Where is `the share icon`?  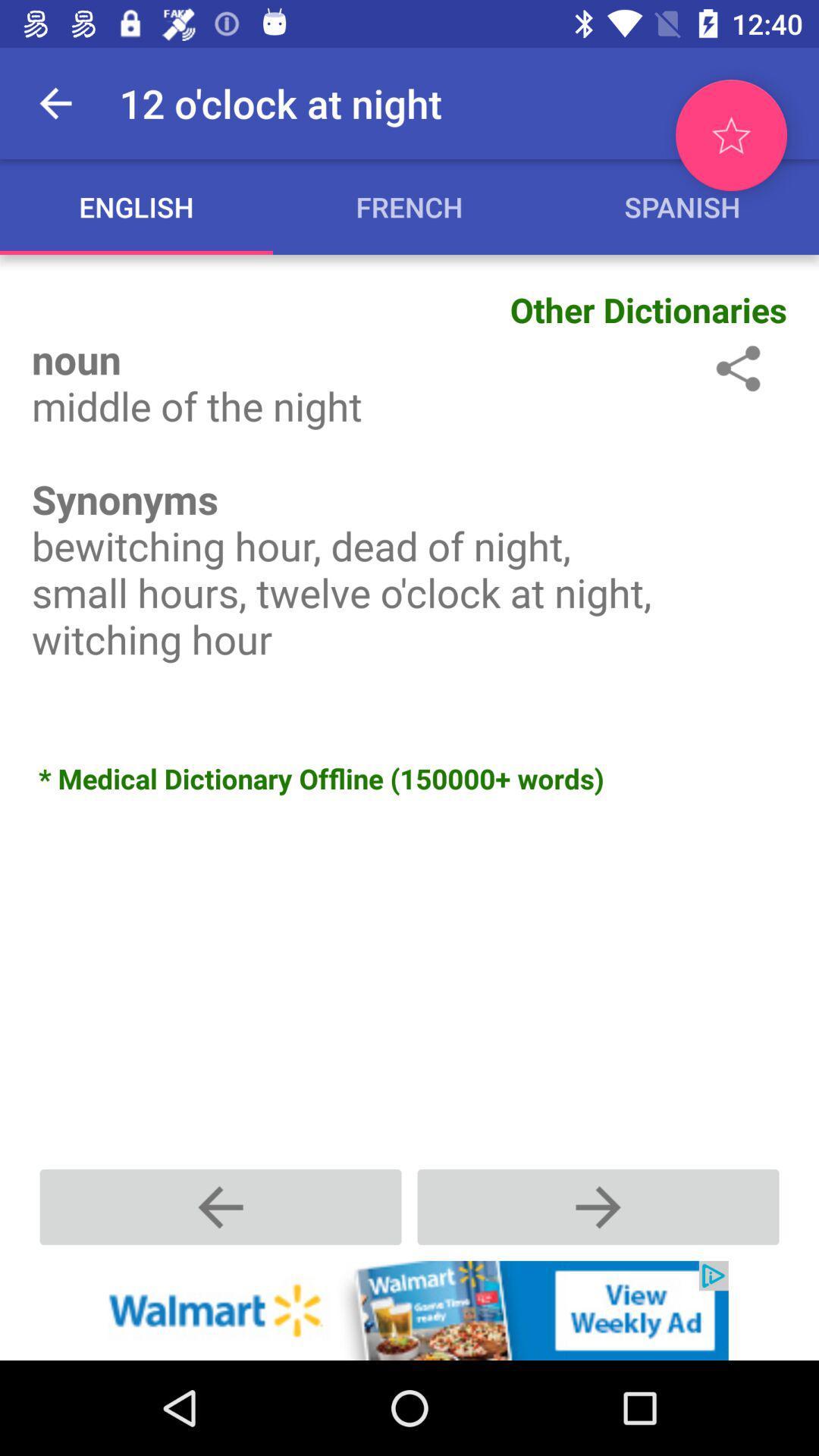
the share icon is located at coordinates (735, 368).